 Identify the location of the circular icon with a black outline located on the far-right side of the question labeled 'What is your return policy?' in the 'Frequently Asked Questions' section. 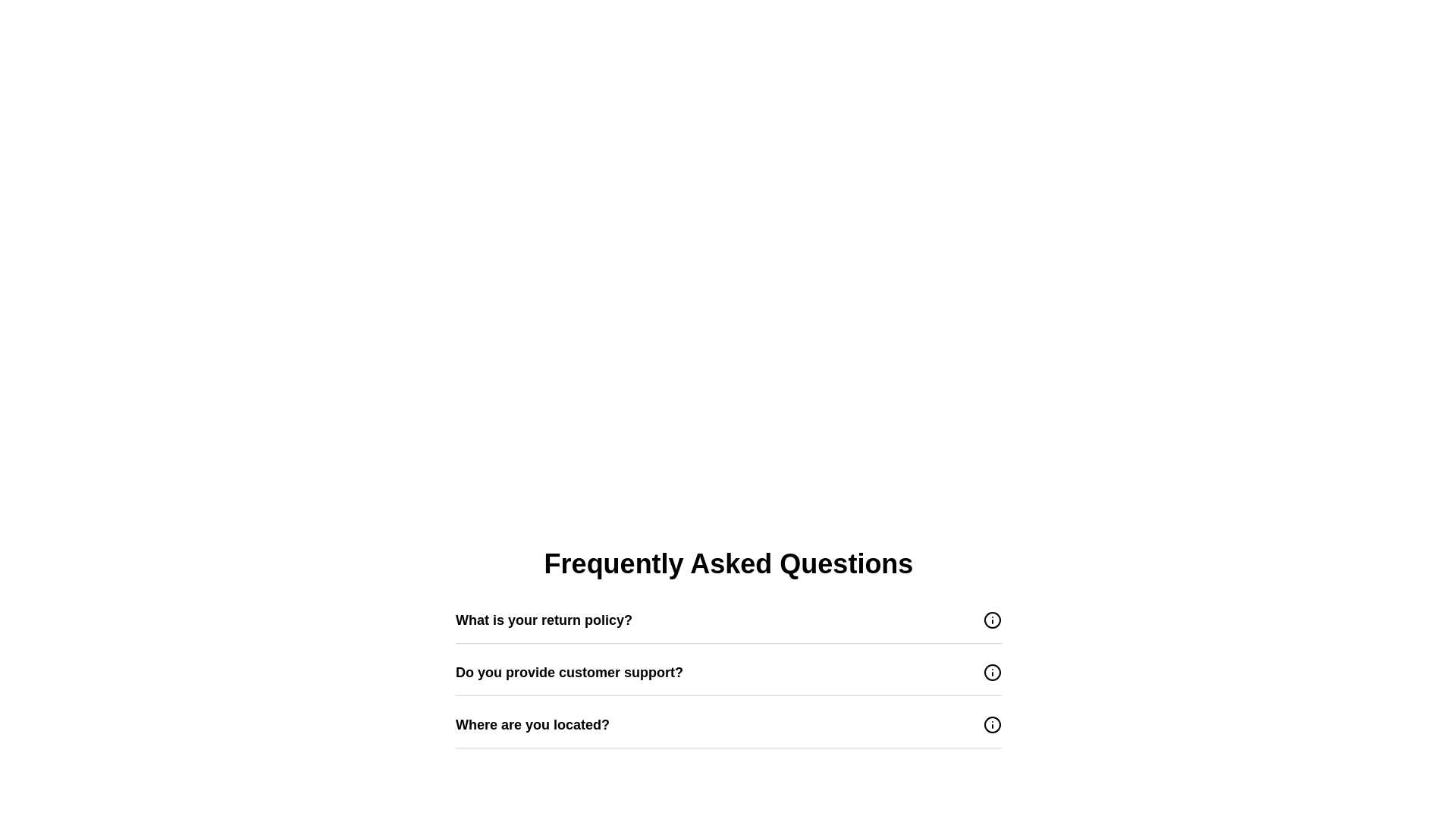
(993, 620).